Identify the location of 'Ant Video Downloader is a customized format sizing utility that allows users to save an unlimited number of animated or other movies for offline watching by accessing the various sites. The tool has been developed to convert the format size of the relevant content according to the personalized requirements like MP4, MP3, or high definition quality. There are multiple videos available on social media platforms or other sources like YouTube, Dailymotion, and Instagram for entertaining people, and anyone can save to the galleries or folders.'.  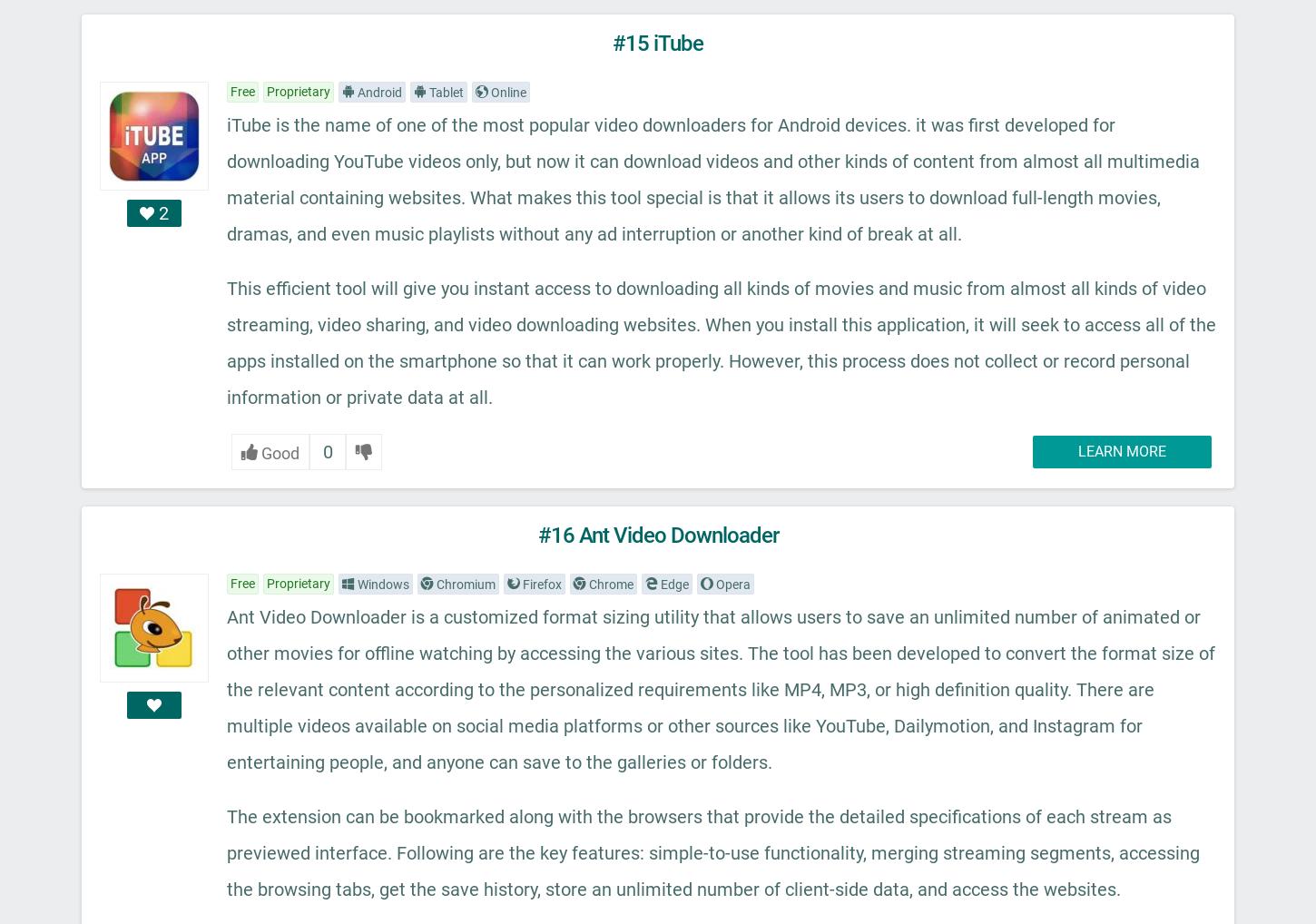
(721, 689).